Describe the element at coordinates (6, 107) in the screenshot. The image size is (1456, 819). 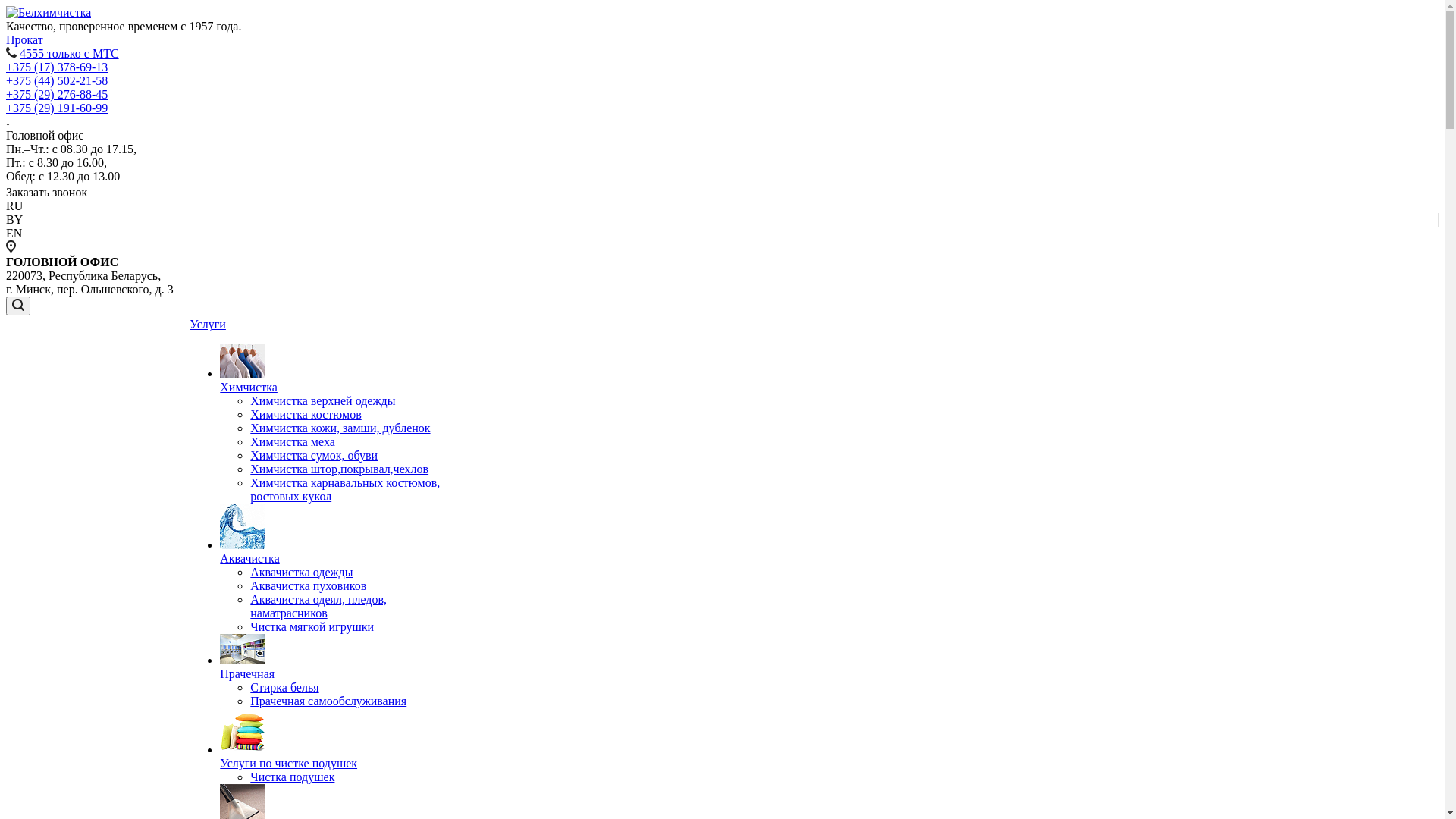
I see `'+375 (29) 191-60-99'` at that location.